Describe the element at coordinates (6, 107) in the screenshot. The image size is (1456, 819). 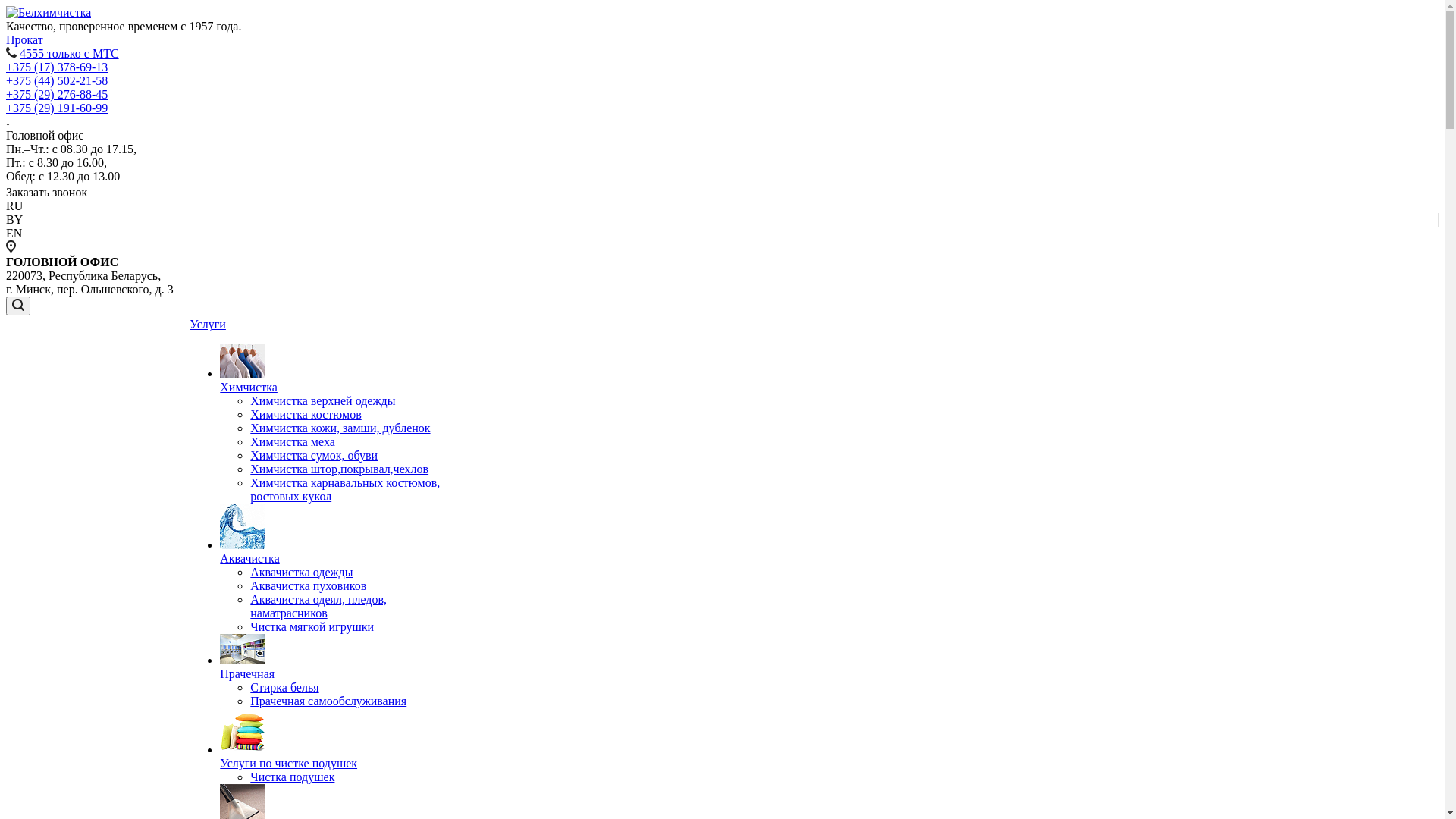
I see `'+375 (29) 191-60-99'` at that location.